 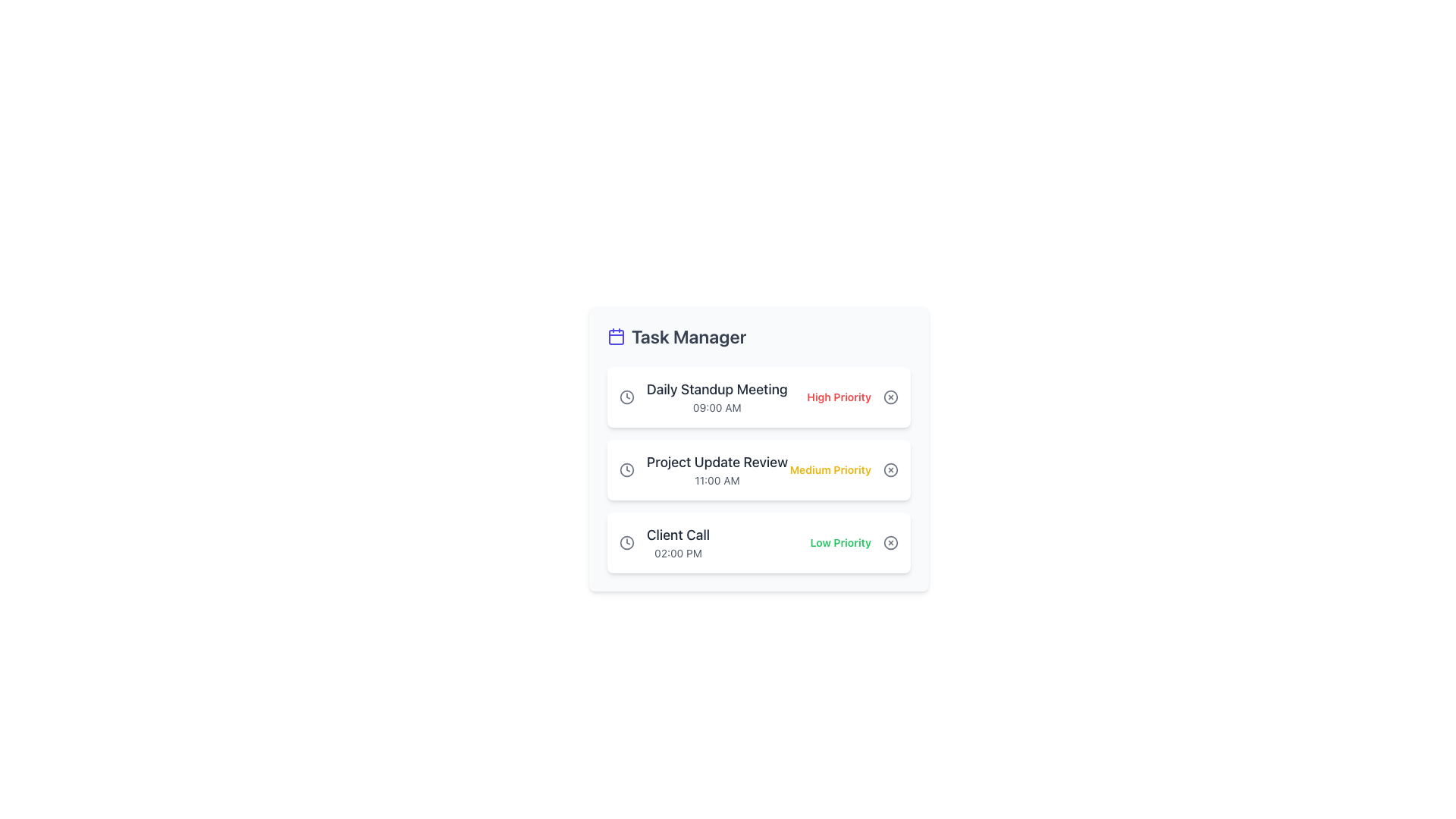 What do you see at coordinates (677, 553) in the screenshot?
I see `the text label indicating the scheduled time for the 'Client Call' task, which is centrally aligned beneath the 'Client Call' text within the task card` at bounding box center [677, 553].